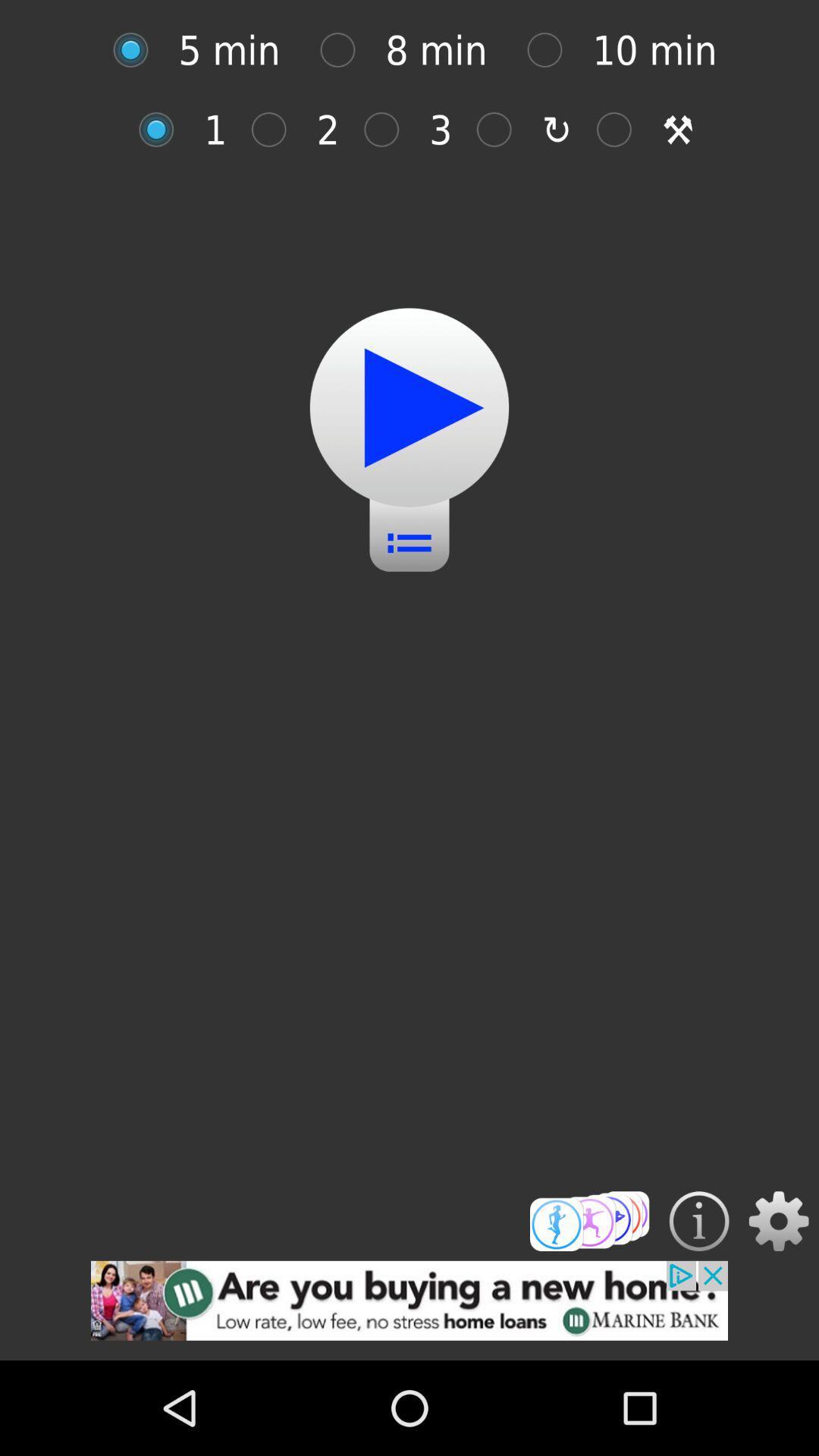 The height and width of the screenshot is (1456, 819). I want to click on to select time option, so click(138, 50).